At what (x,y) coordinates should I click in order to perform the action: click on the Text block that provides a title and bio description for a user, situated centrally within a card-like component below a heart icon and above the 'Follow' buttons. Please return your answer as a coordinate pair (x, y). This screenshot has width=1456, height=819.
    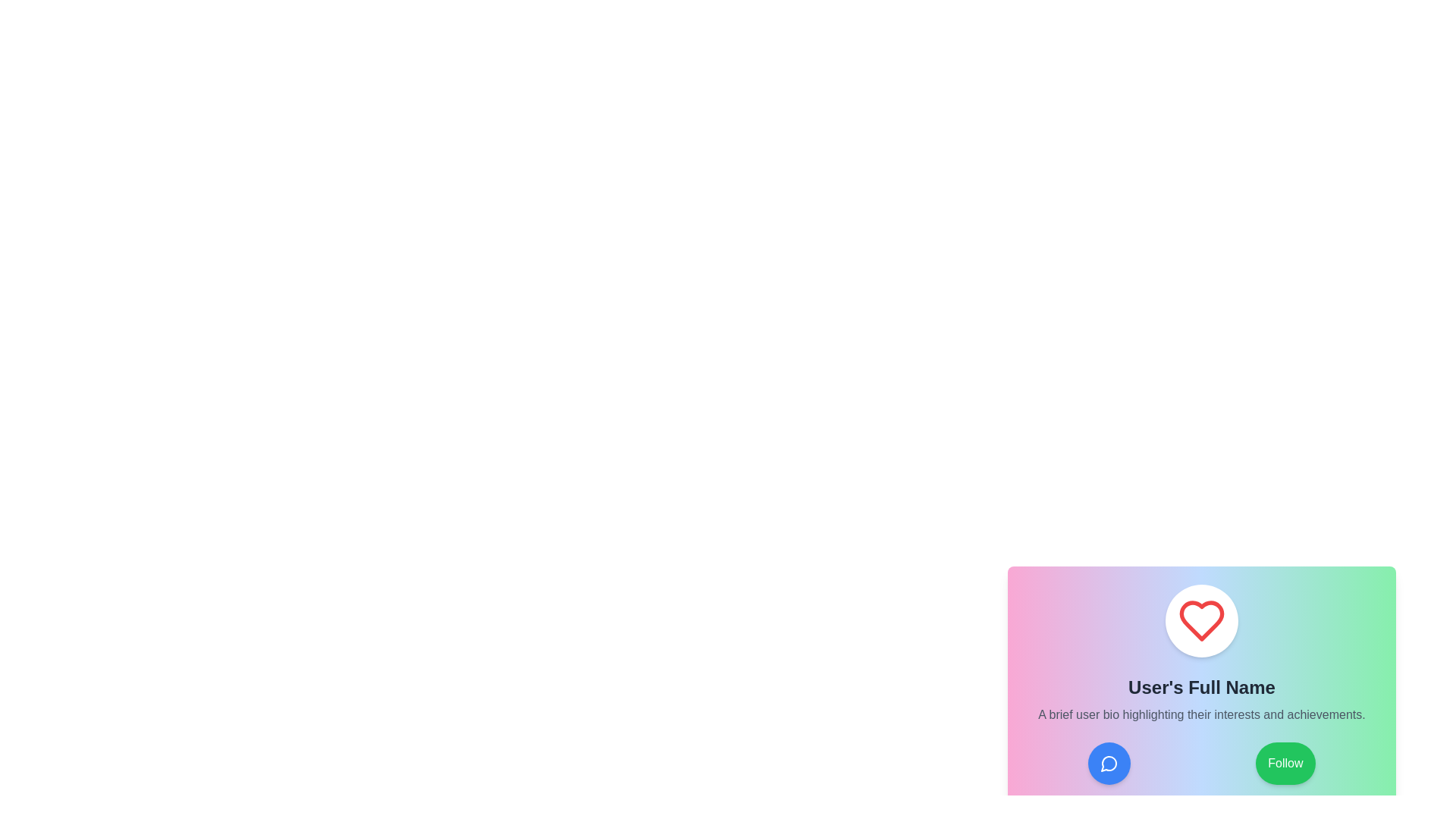
    Looking at the image, I should click on (1200, 699).